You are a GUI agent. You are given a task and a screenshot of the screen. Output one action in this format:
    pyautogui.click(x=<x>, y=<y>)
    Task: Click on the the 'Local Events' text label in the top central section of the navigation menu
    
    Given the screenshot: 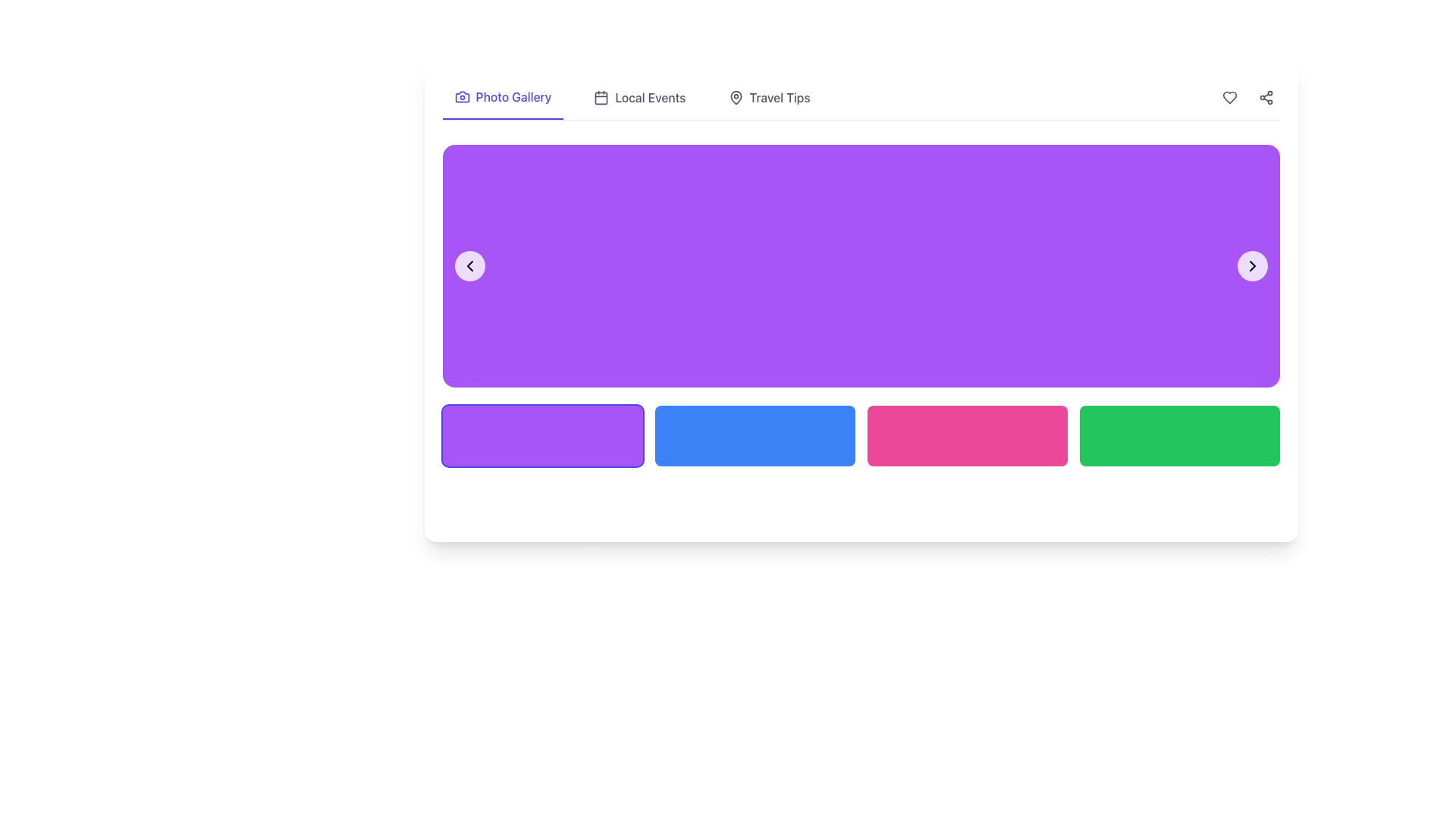 What is the action you would take?
    pyautogui.click(x=650, y=97)
    